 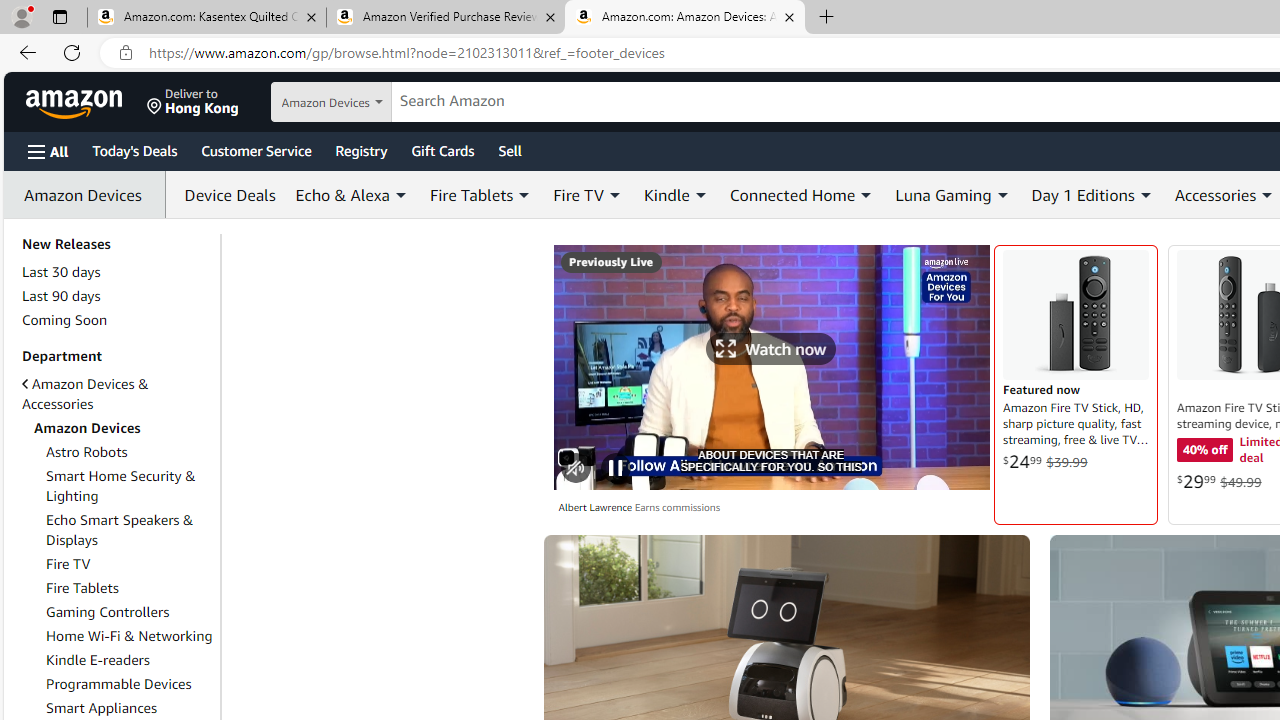 What do you see at coordinates (128, 706) in the screenshot?
I see `'Smart Appliances'` at bounding box center [128, 706].